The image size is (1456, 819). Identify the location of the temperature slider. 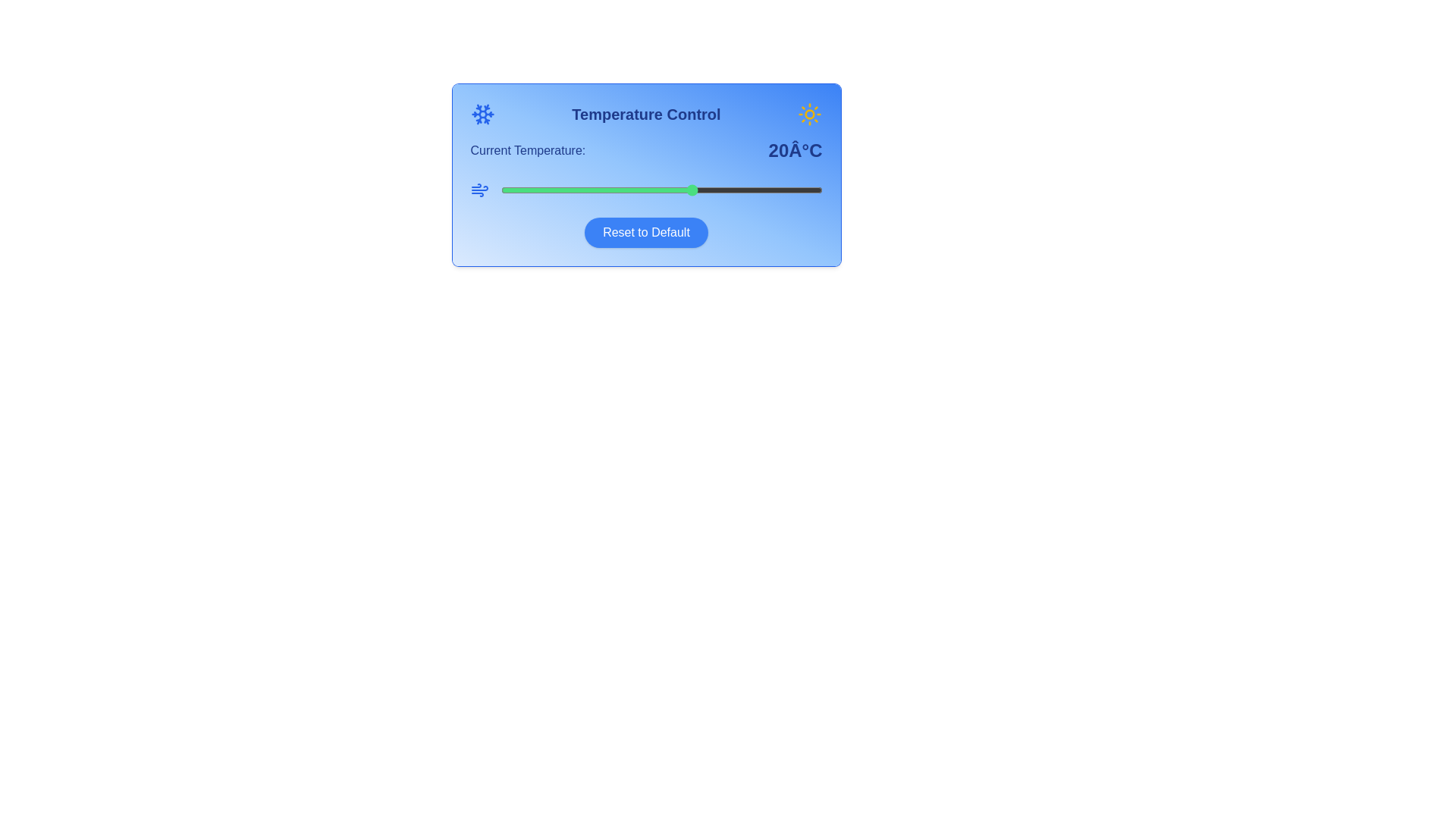
(725, 189).